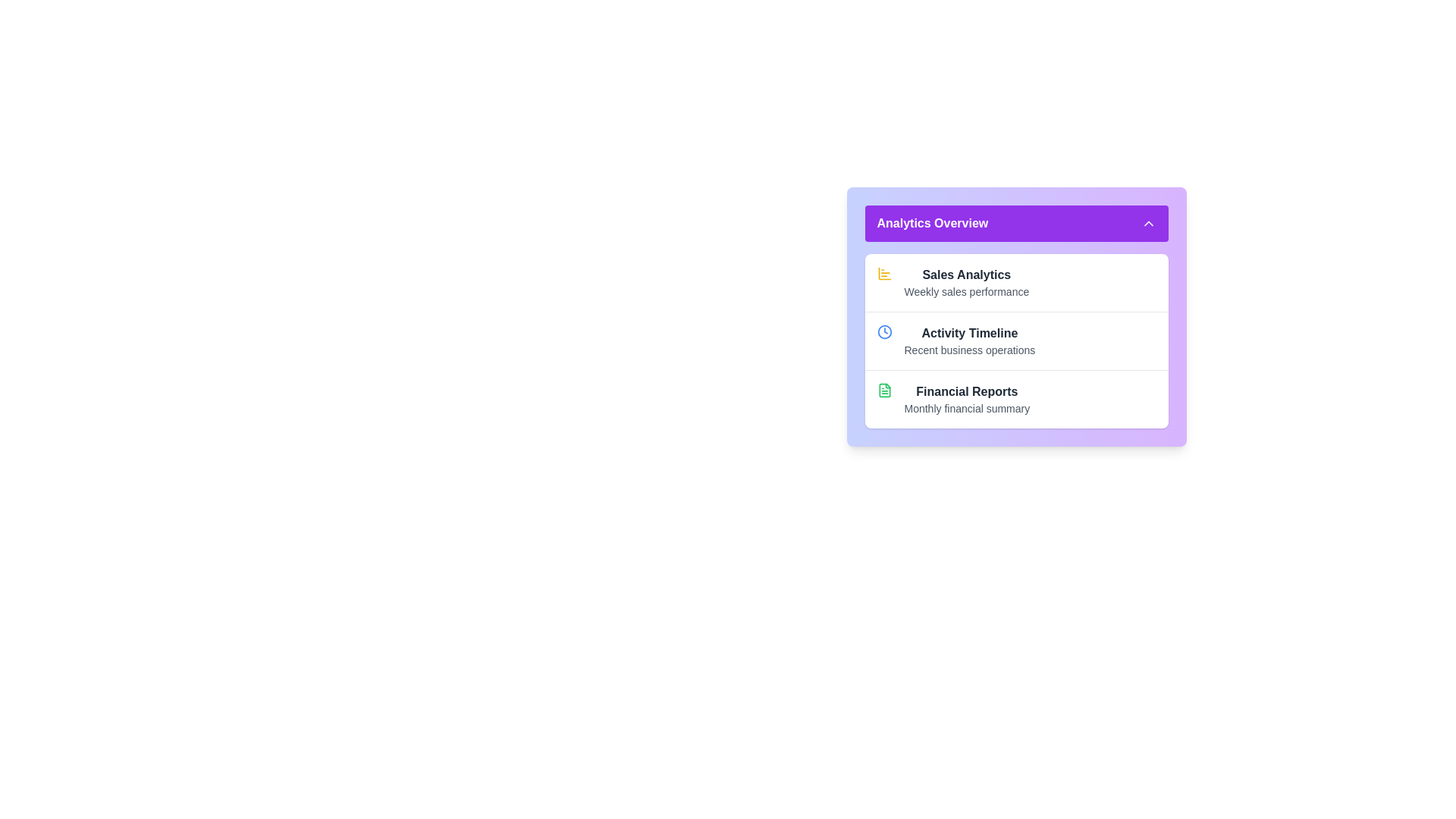  Describe the element at coordinates (968, 341) in the screenshot. I see `the 'Activity Timeline' text block, which features a bold heading and a smaller subtext, located in the analytics overview panel between the 'Sales Analytics' and 'Financial Reports' cards` at that location.